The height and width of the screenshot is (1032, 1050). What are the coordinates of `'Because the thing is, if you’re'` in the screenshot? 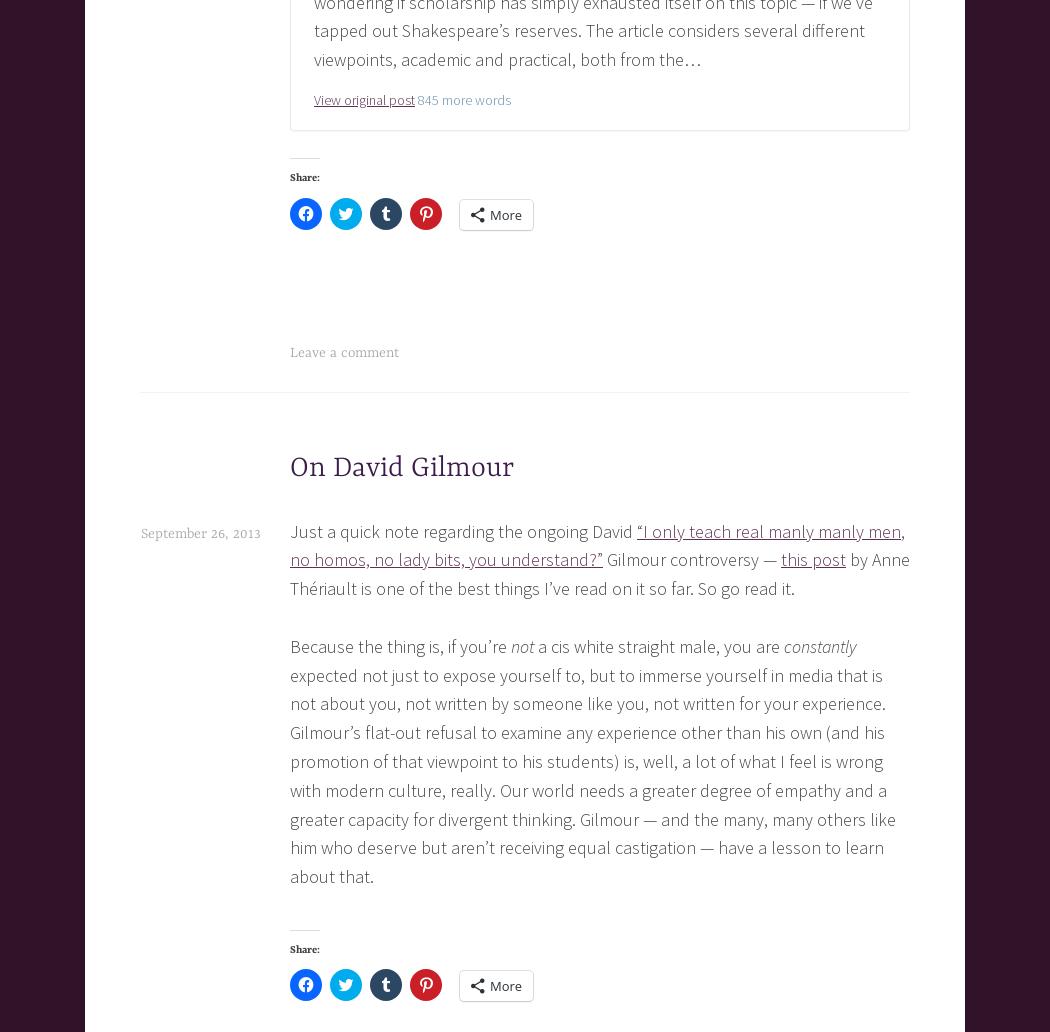 It's located at (400, 645).